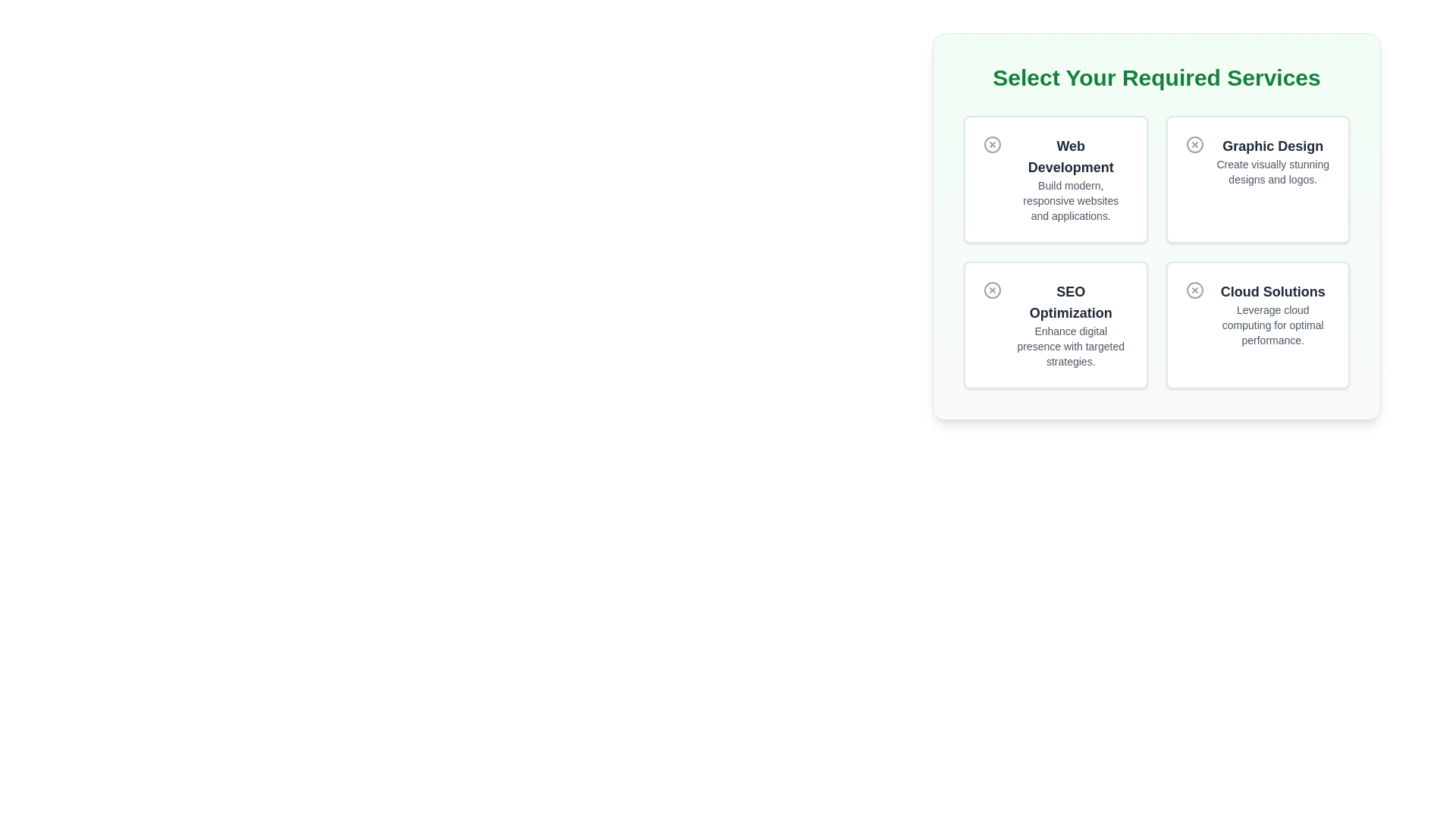 This screenshot has height=819, width=1456. Describe the element at coordinates (1272, 171) in the screenshot. I see `the static text that reads 'Create visually stunning designs and logos.', which is located under the title 'Graphic Design' in the upper-right quadrant of the service selection panel` at that location.